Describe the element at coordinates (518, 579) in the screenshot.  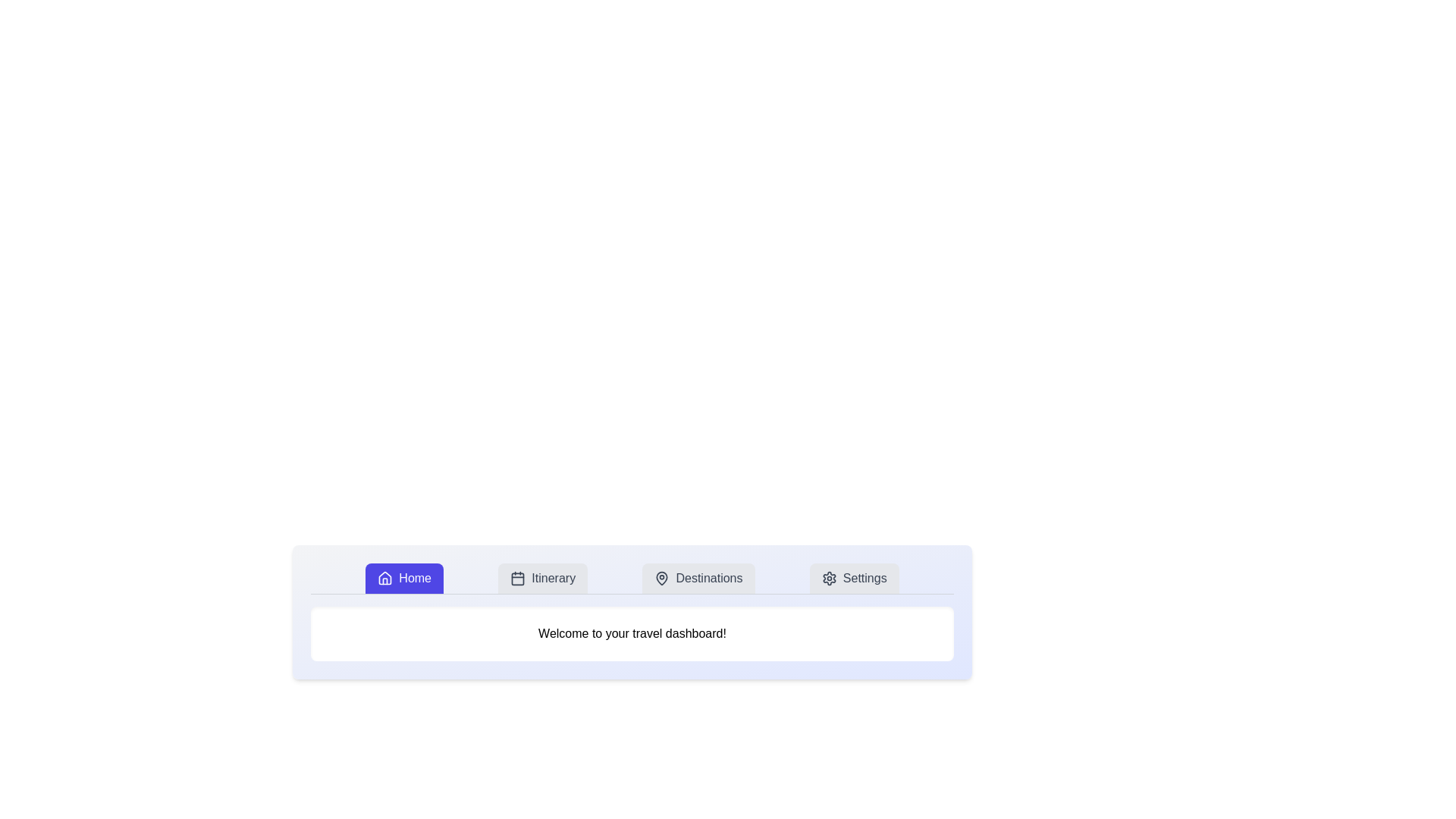
I see `the calendar icon located near the center of the navigation menu bar, to the right of the 'Home' button` at that location.